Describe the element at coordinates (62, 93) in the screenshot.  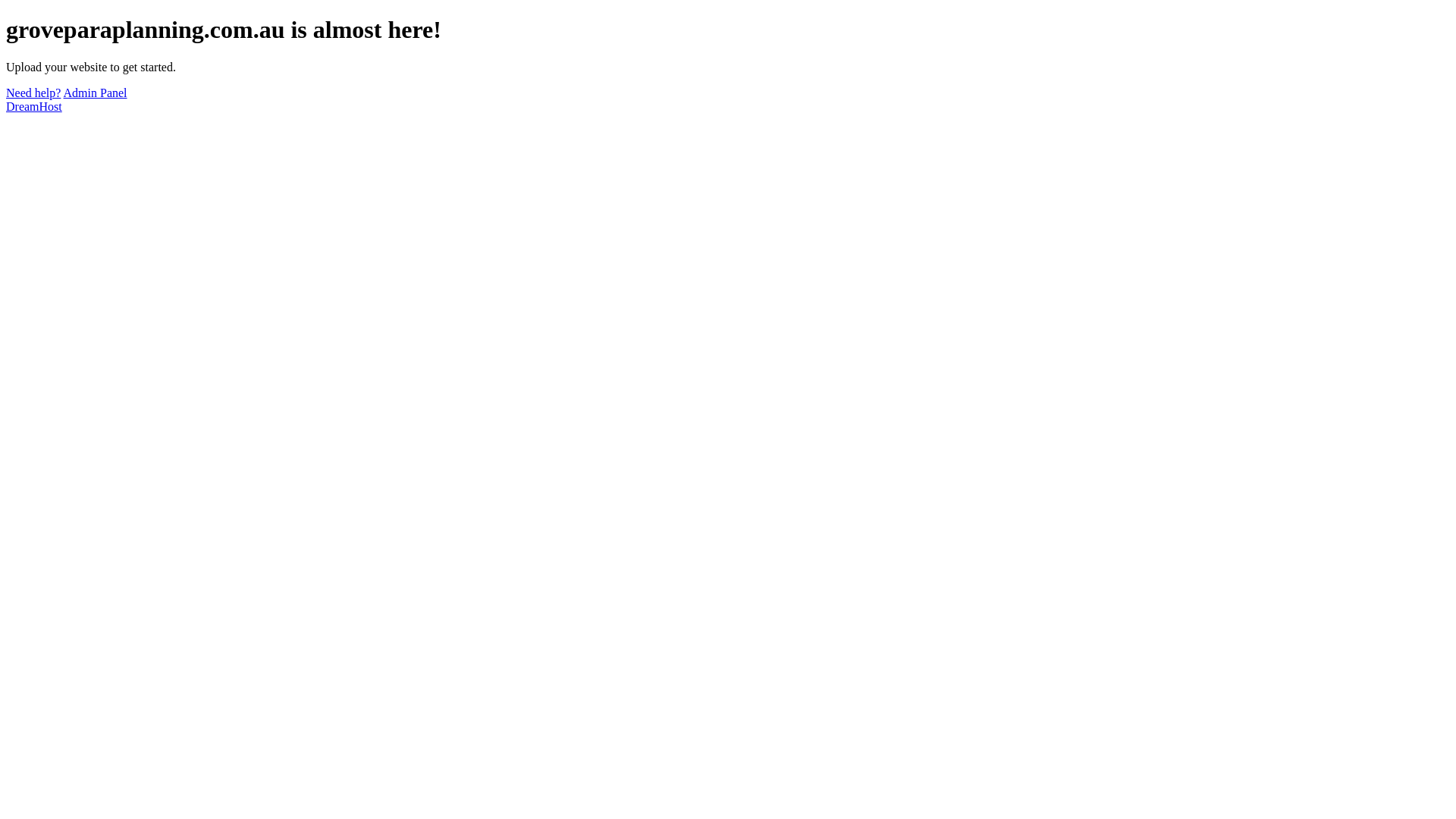
I see `'Admin Panel'` at that location.